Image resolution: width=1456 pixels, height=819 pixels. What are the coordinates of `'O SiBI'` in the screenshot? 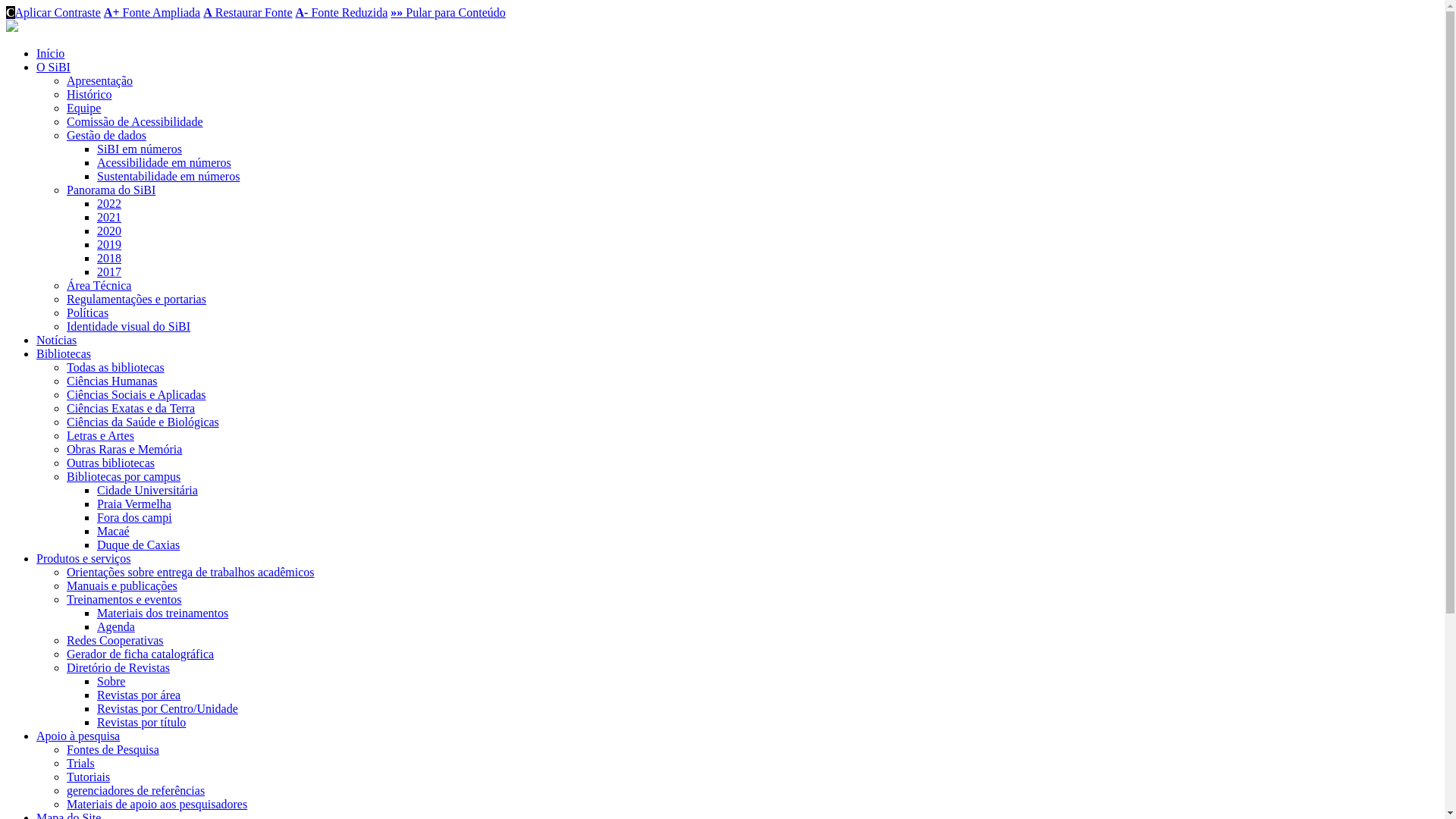 It's located at (53, 66).